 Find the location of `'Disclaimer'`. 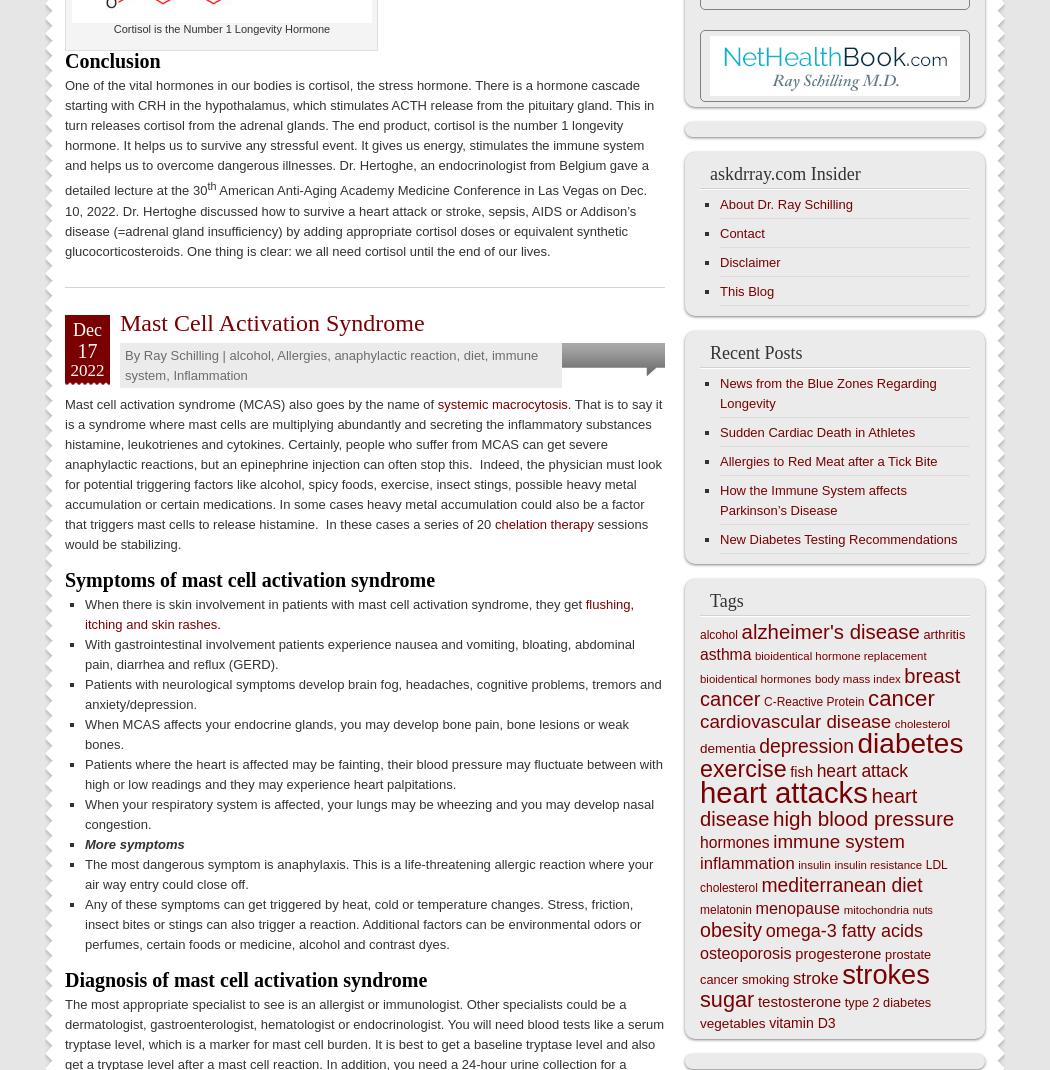

'Disclaimer' is located at coordinates (718, 261).